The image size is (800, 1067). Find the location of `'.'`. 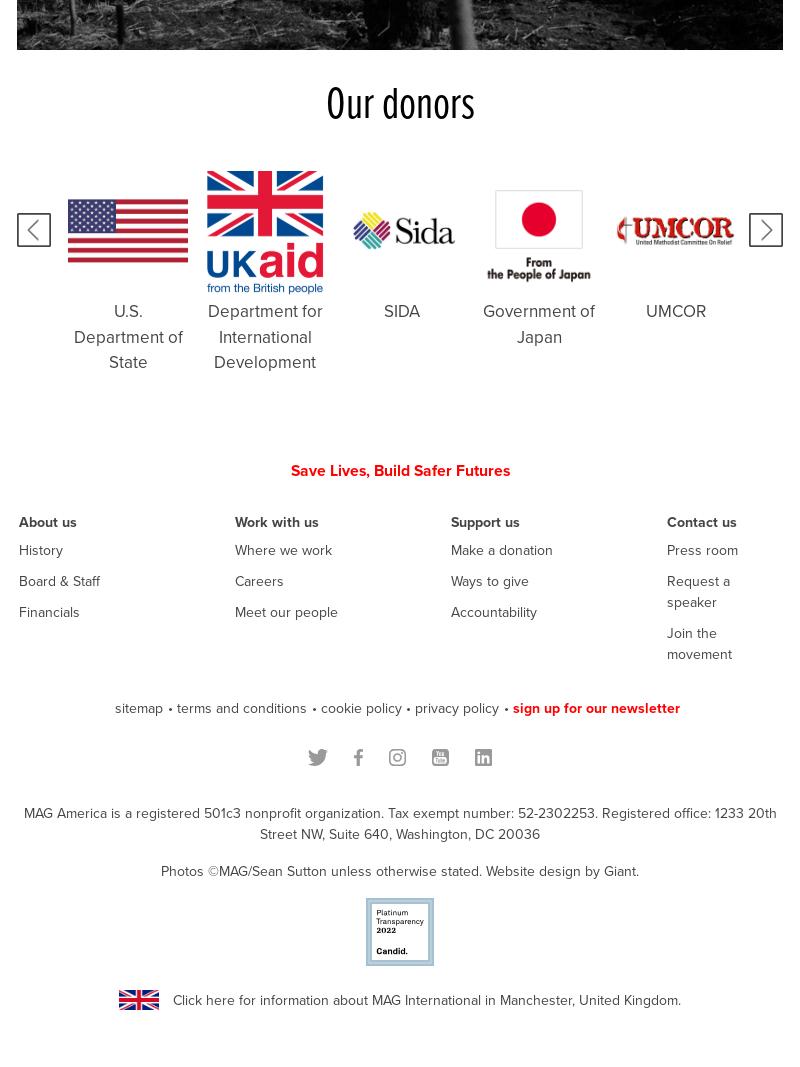

'.' is located at coordinates (636, 869).